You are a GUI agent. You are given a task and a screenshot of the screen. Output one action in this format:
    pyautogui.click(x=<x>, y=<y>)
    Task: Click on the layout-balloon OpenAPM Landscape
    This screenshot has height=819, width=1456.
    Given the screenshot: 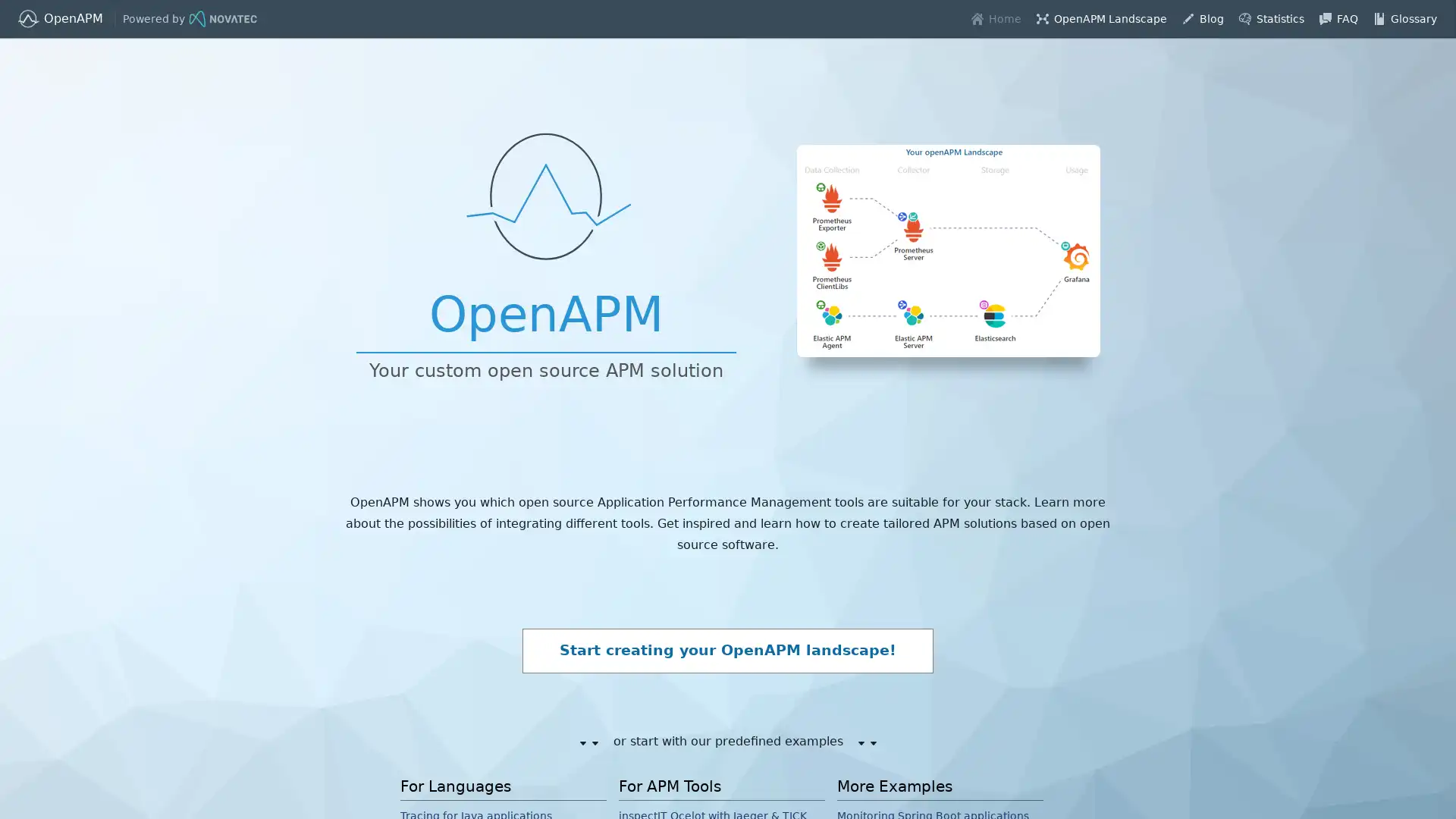 What is the action you would take?
    pyautogui.click(x=1102, y=18)
    